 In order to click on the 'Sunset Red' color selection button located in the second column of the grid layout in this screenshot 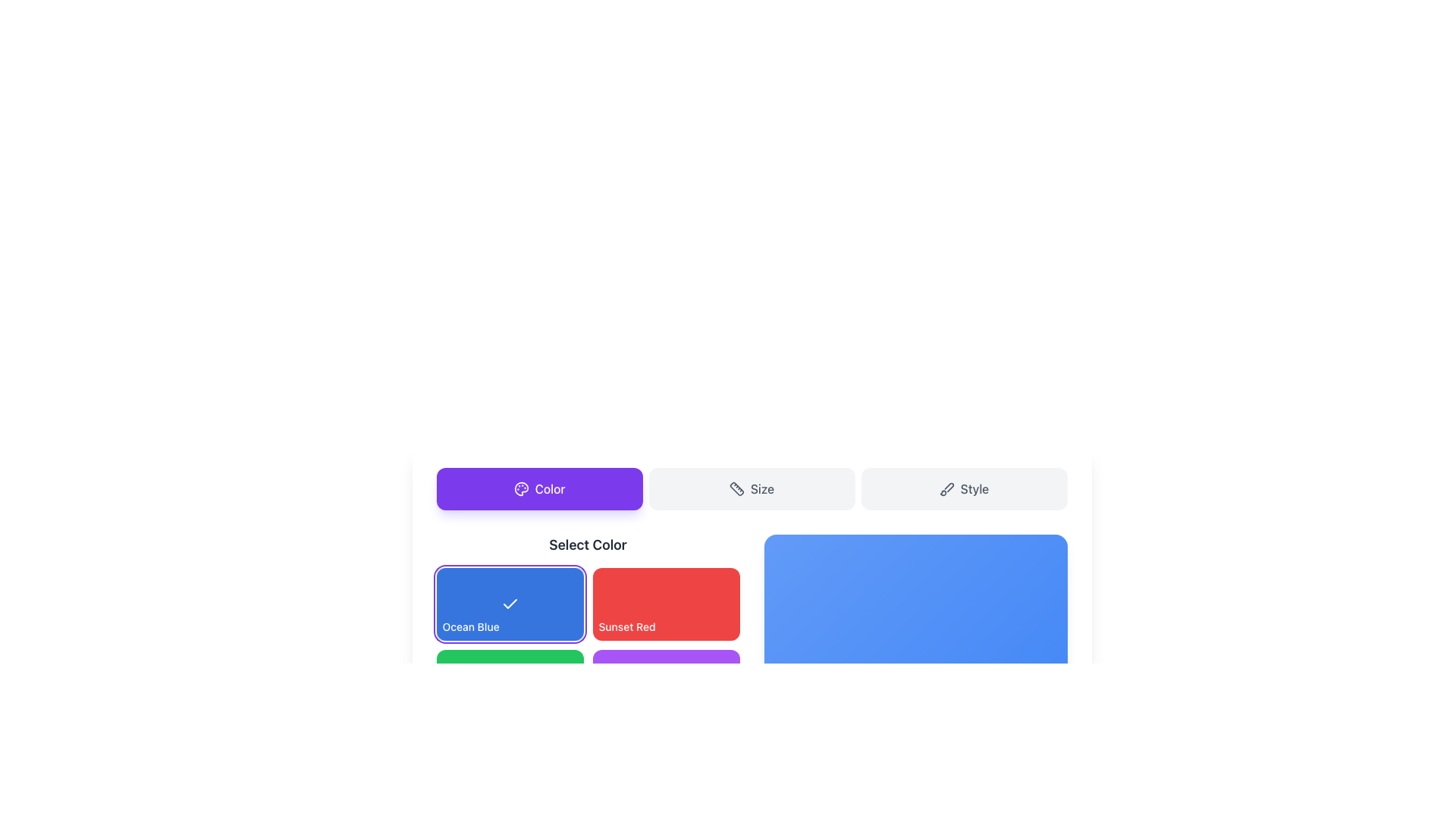, I will do `click(587, 629)`.